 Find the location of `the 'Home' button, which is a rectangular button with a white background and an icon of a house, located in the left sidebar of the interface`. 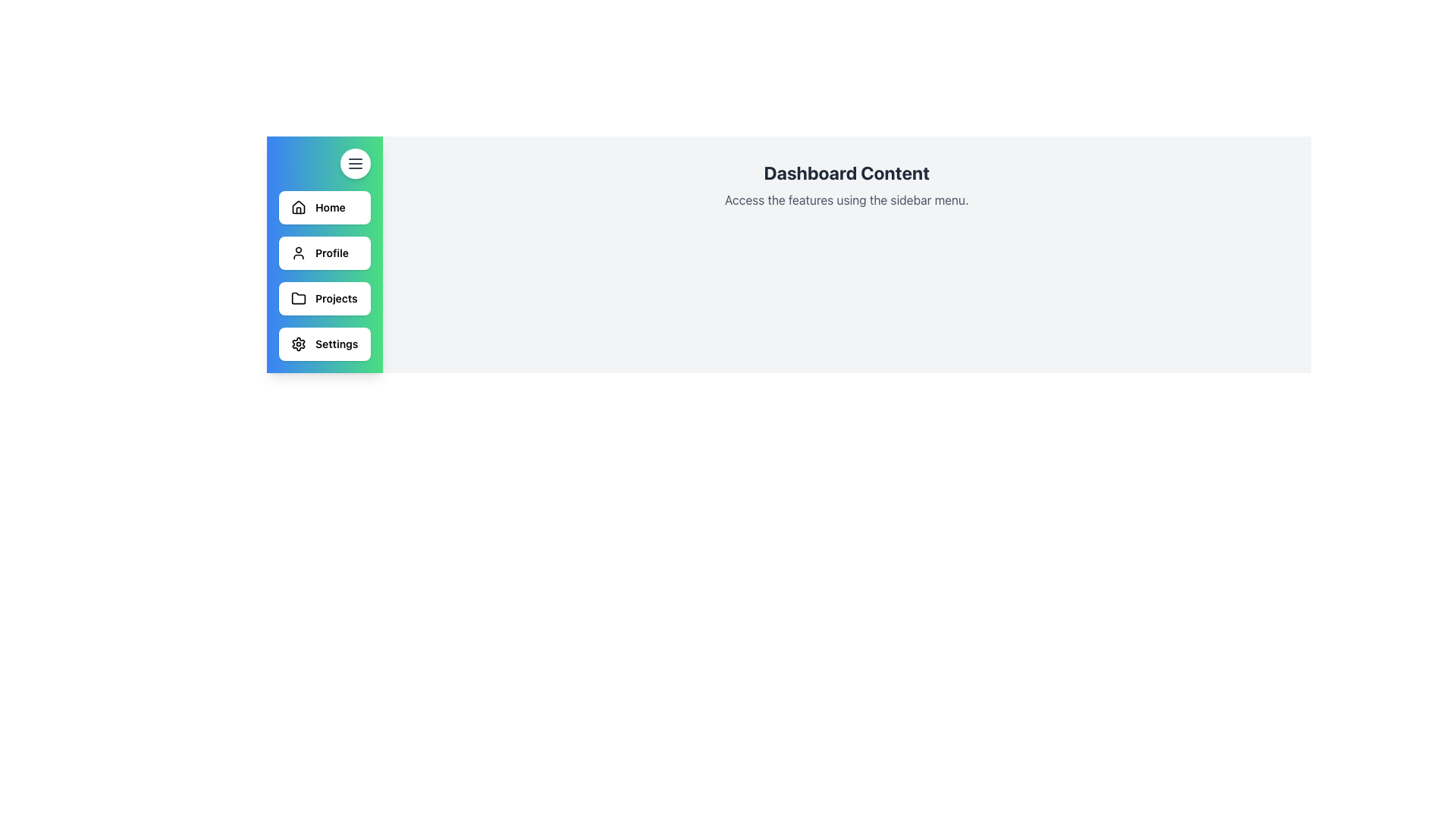

the 'Home' button, which is a rectangular button with a white background and an icon of a house, located in the left sidebar of the interface is located at coordinates (324, 207).